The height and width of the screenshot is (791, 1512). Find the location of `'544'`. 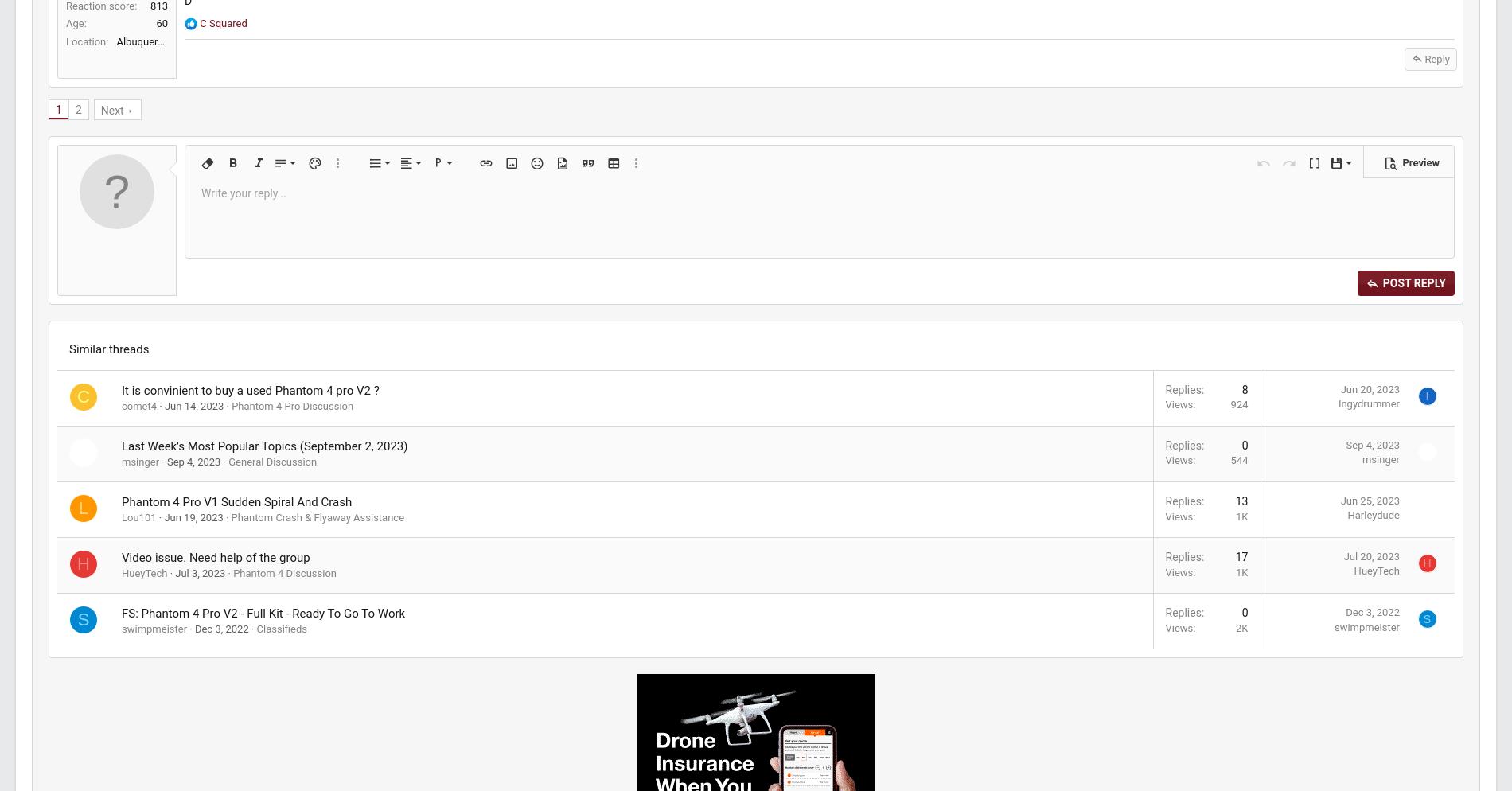

'544' is located at coordinates (953, 572).